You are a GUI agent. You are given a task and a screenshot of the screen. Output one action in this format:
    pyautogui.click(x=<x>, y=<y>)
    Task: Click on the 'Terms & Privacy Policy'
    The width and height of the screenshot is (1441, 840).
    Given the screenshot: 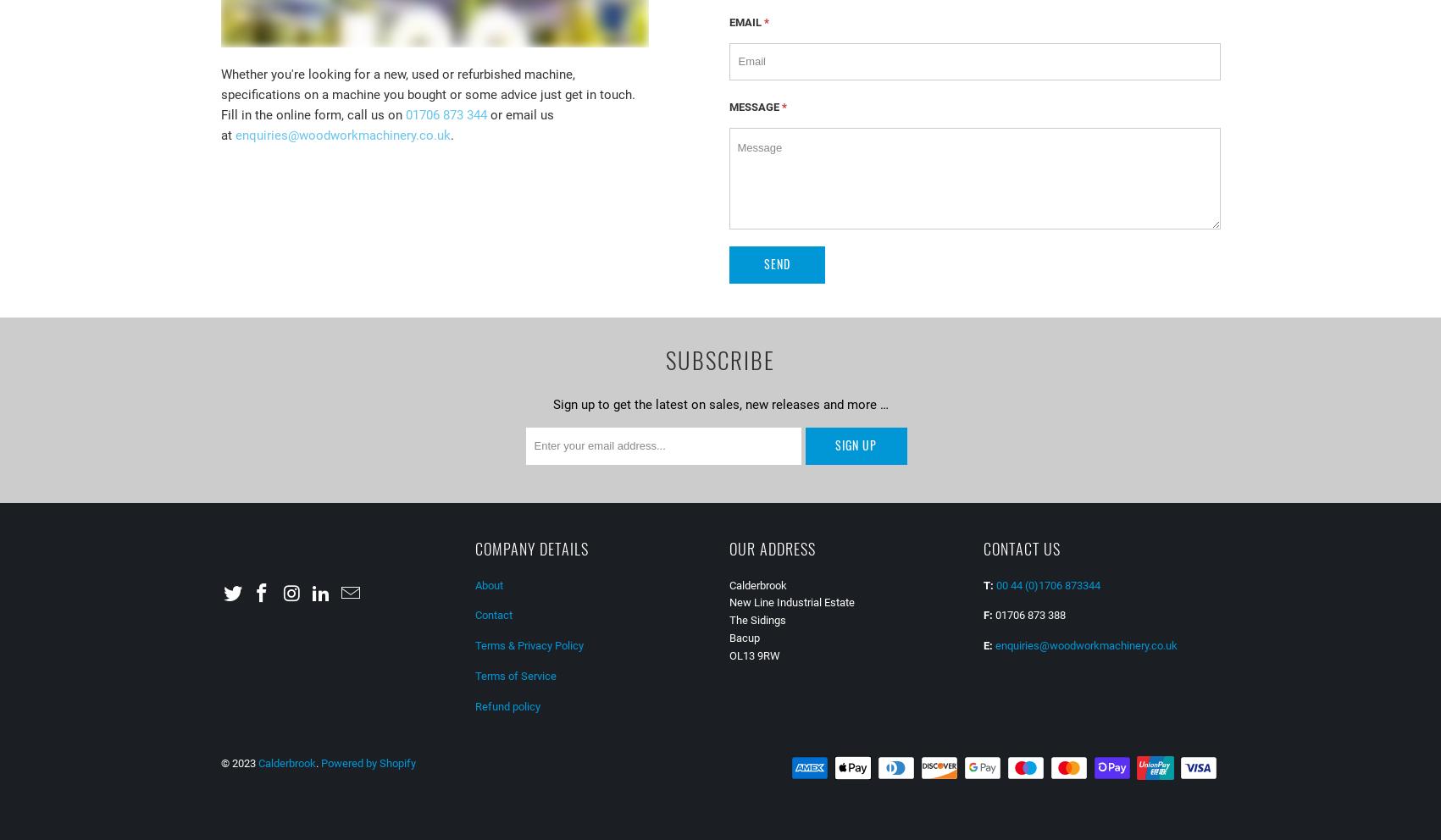 What is the action you would take?
    pyautogui.click(x=527, y=644)
    